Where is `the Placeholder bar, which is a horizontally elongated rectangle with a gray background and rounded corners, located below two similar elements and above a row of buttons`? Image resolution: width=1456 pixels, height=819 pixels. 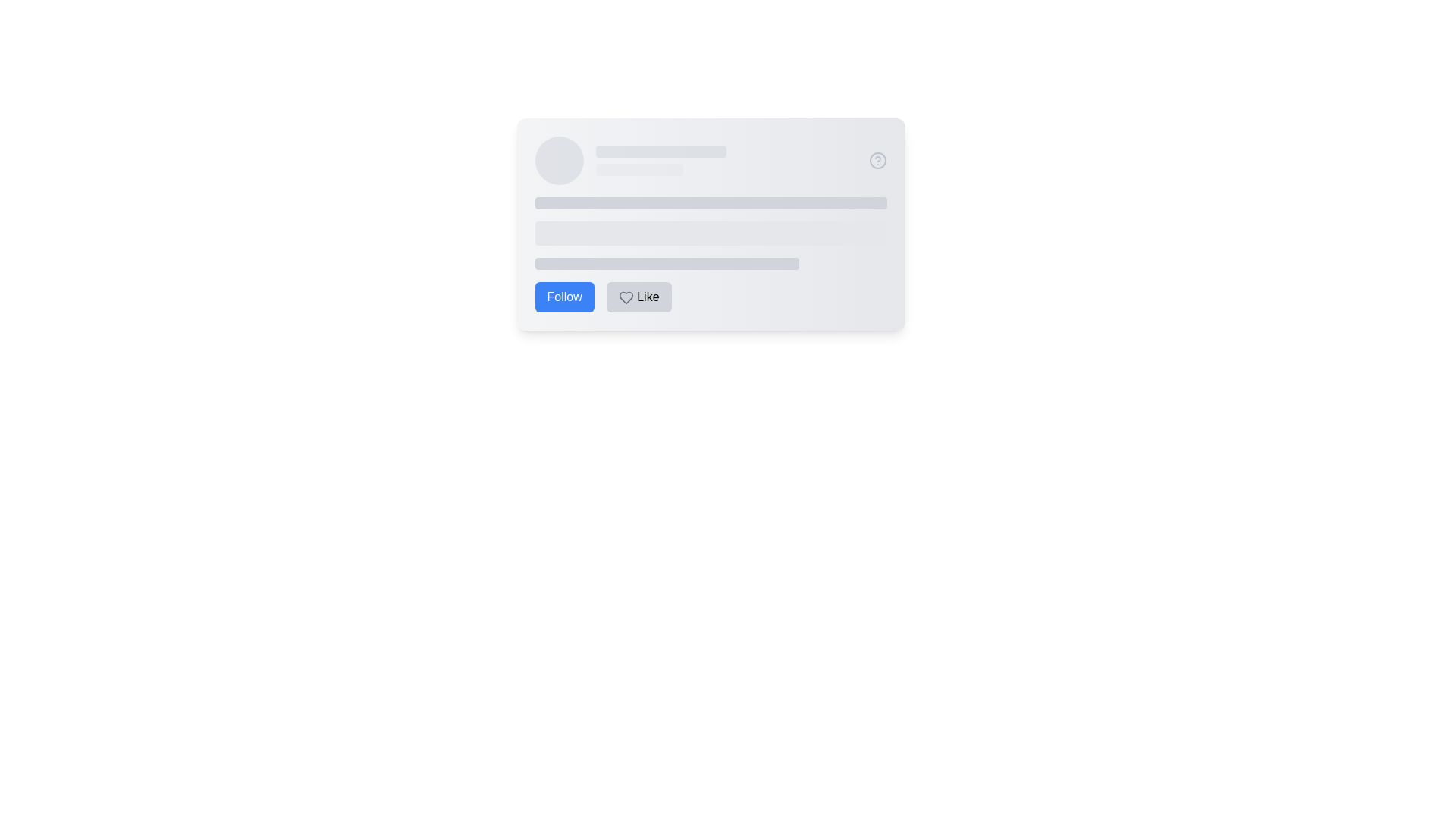
the Placeholder bar, which is a horizontally elongated rectangle with a gray background and rounded corners, located below two similar elements and above a row of buttons is located at coordinates (667, 262).